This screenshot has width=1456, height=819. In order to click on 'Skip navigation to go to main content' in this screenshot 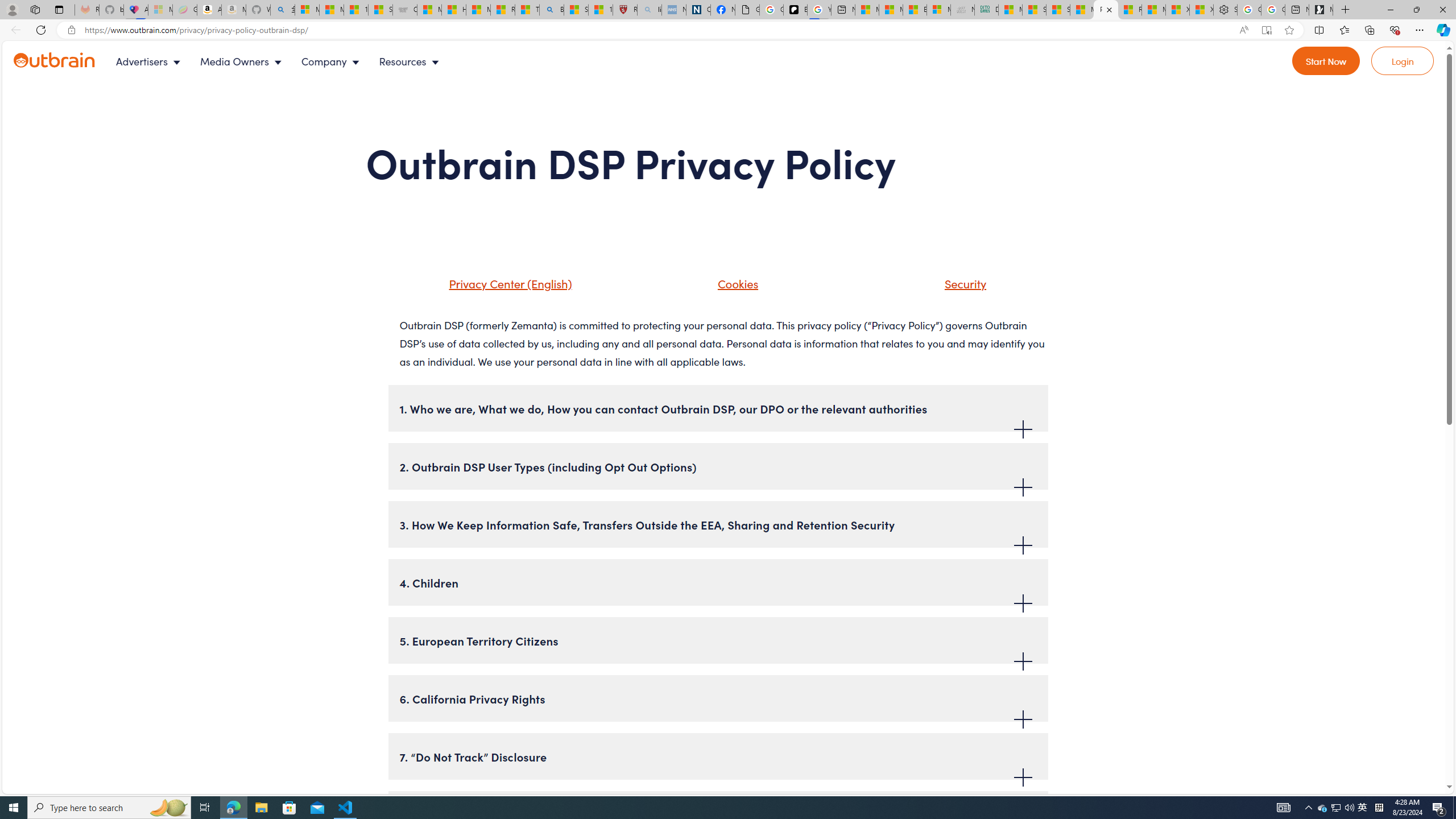, I will do `click(35, 46)`.